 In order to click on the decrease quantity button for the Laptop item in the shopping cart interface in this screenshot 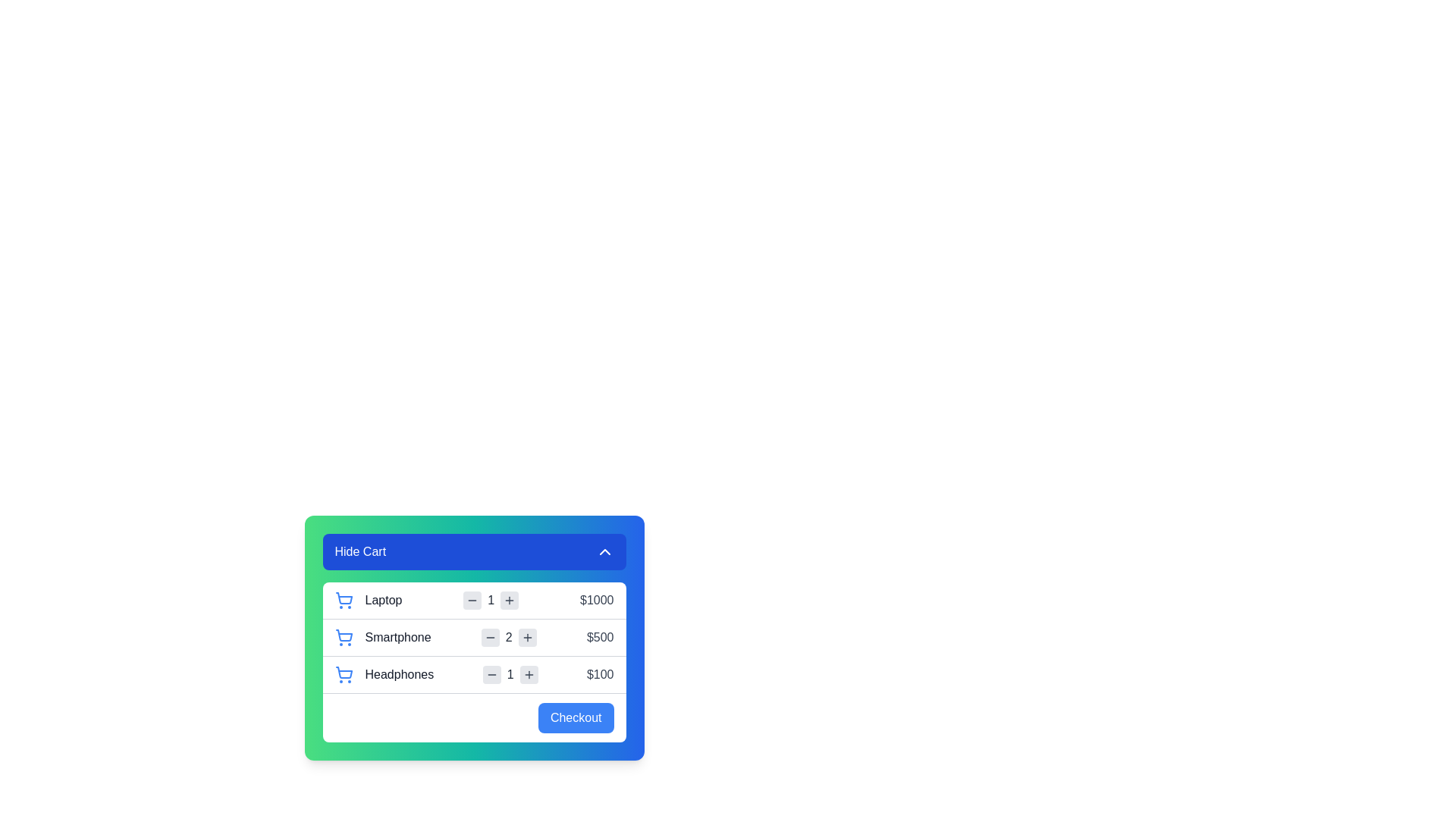, I will do `click(472, 599)`.